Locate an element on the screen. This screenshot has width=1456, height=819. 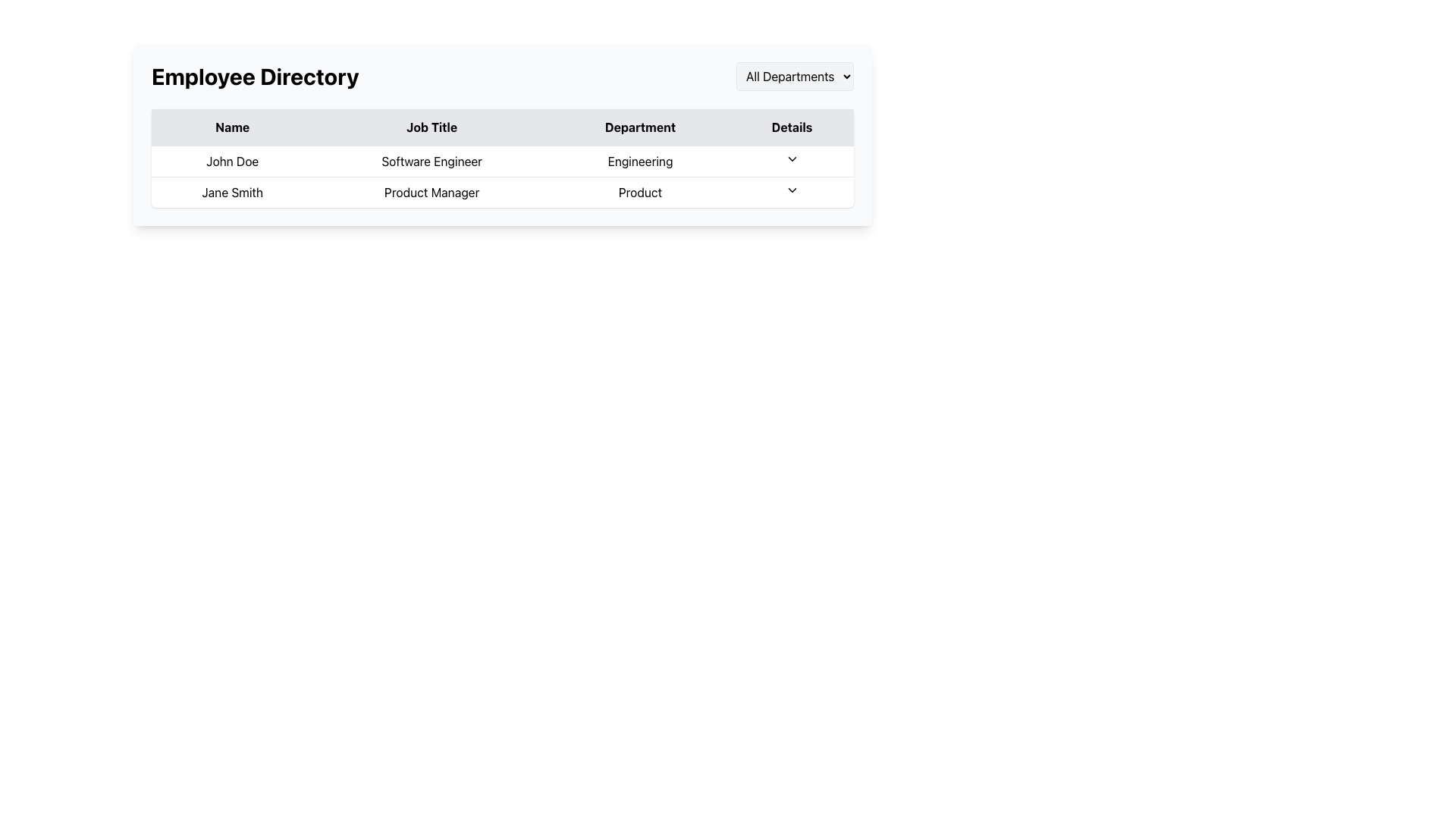
the text label displaying 'Product Manager', which is the second cell in the second row of the table under the 'Job Title' column, positioned between 'Jane Smith' and 'Product' is located at coordinates (431, 191).